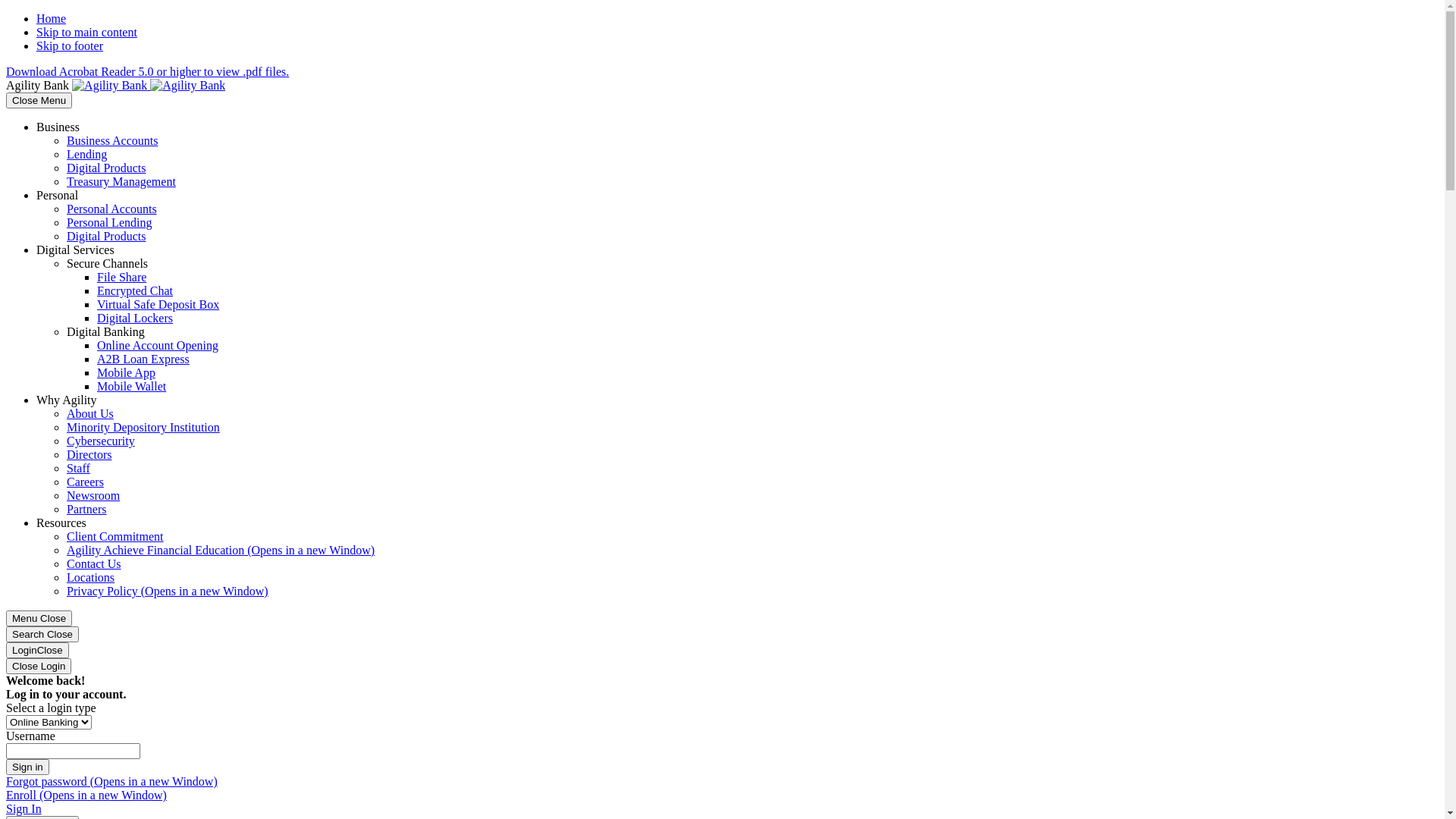 The height and width of the screenshot is (819, 1456). Describe the element at coordinates (86, 509) in the screenshot. I see `'Partners'` at that location.